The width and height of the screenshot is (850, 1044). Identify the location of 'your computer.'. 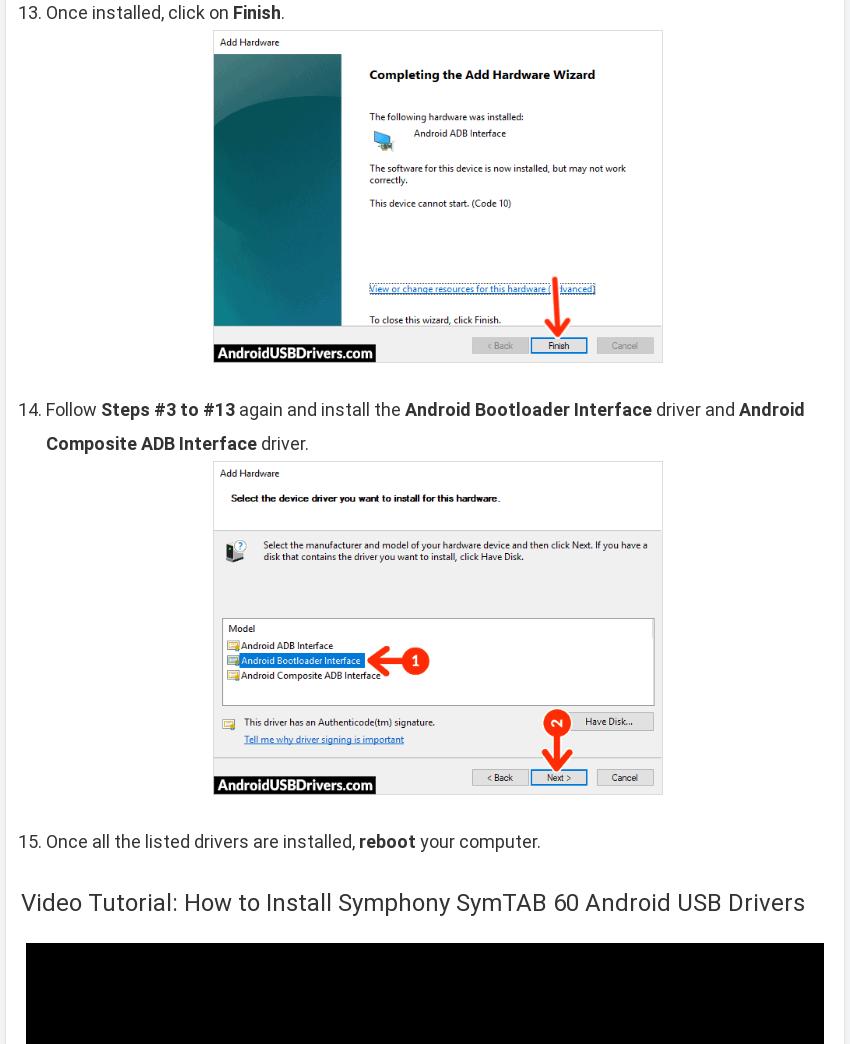
(415, 839).